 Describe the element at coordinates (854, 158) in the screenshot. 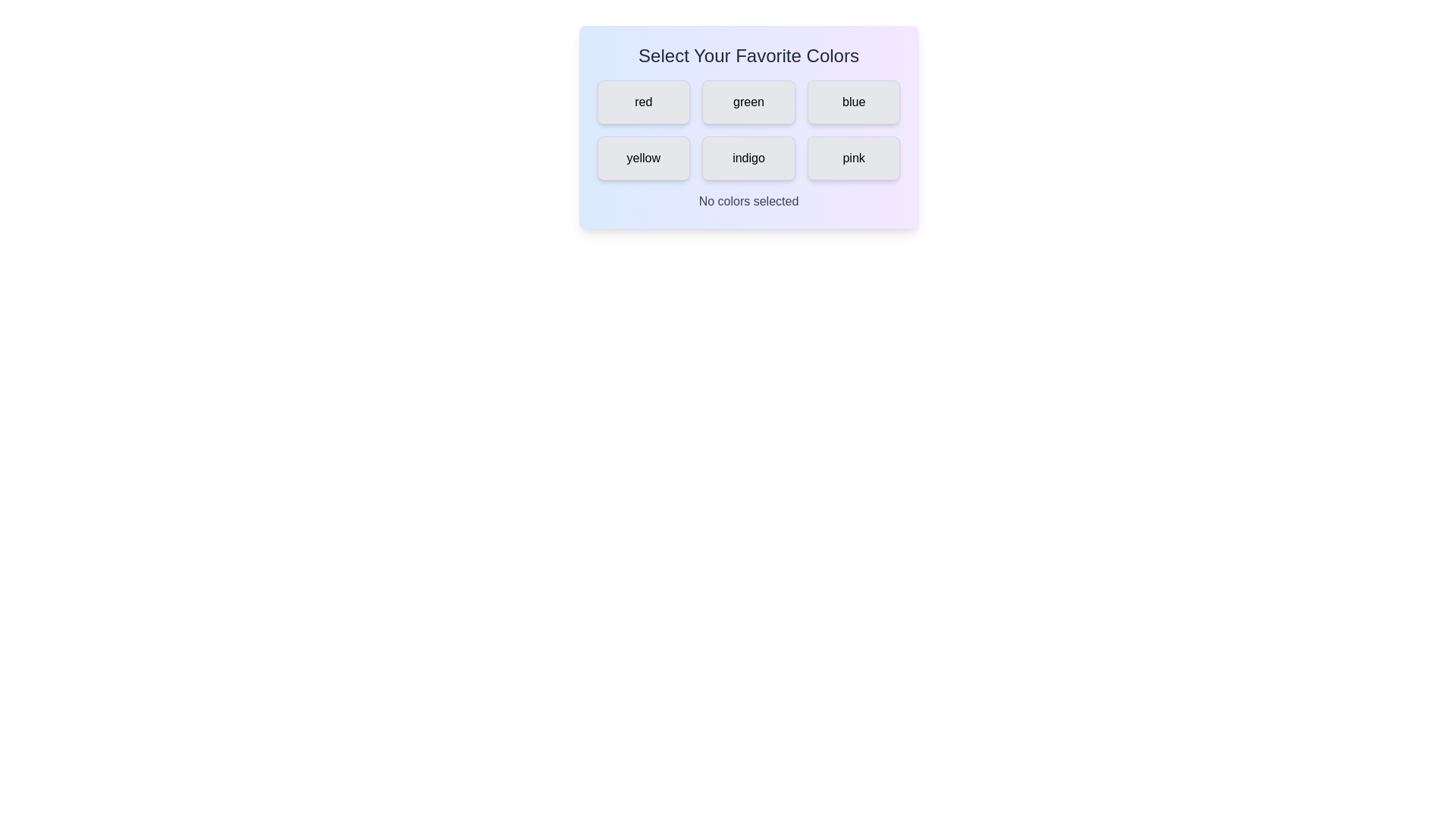

I see `the color tag labeled pink to select it` at that location.